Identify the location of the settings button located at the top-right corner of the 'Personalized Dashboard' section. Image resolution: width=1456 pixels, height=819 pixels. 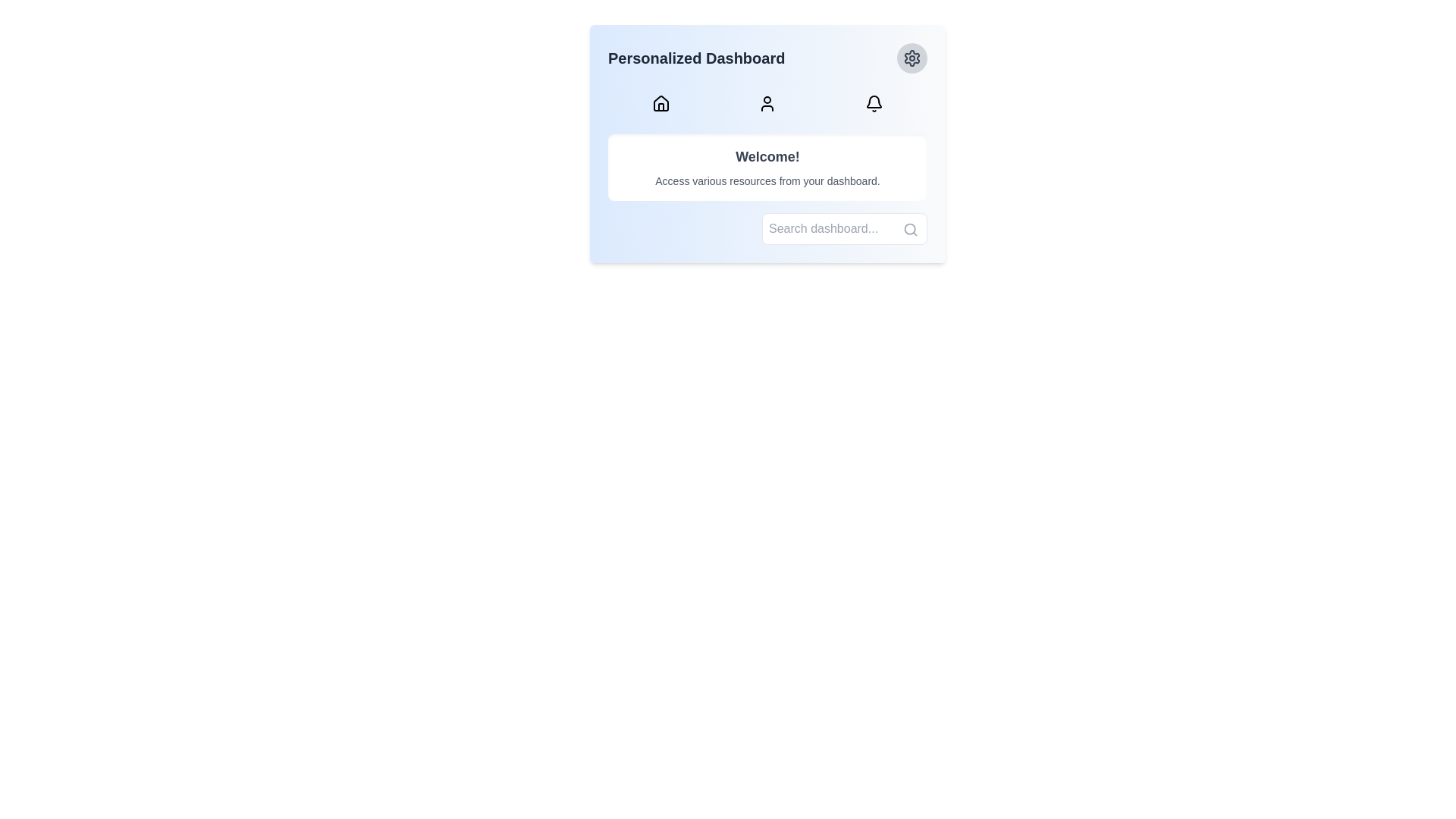
(912, 58).